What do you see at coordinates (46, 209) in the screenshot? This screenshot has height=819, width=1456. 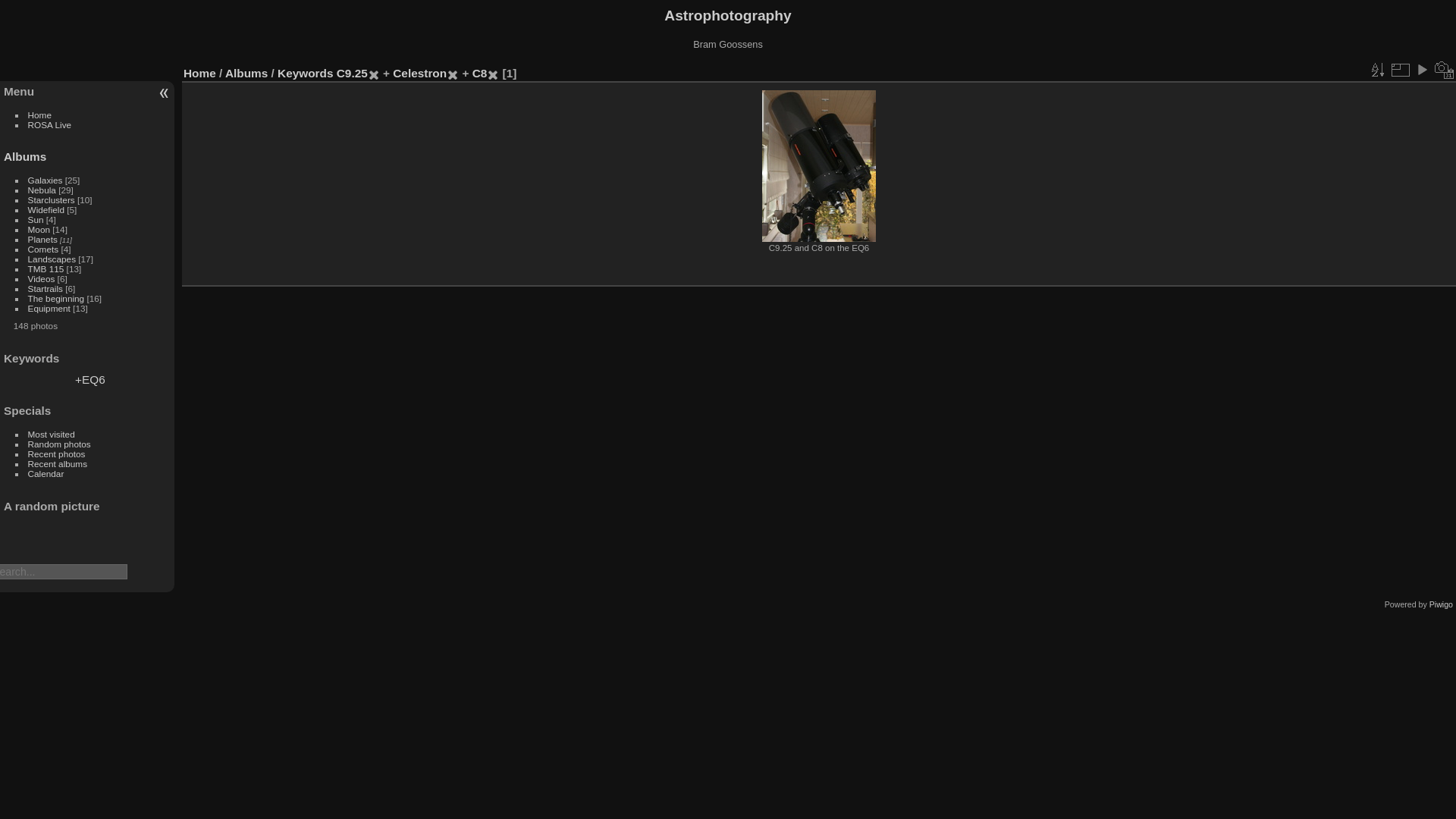 I see `'Widefield'` at bounding box center [46, 209].